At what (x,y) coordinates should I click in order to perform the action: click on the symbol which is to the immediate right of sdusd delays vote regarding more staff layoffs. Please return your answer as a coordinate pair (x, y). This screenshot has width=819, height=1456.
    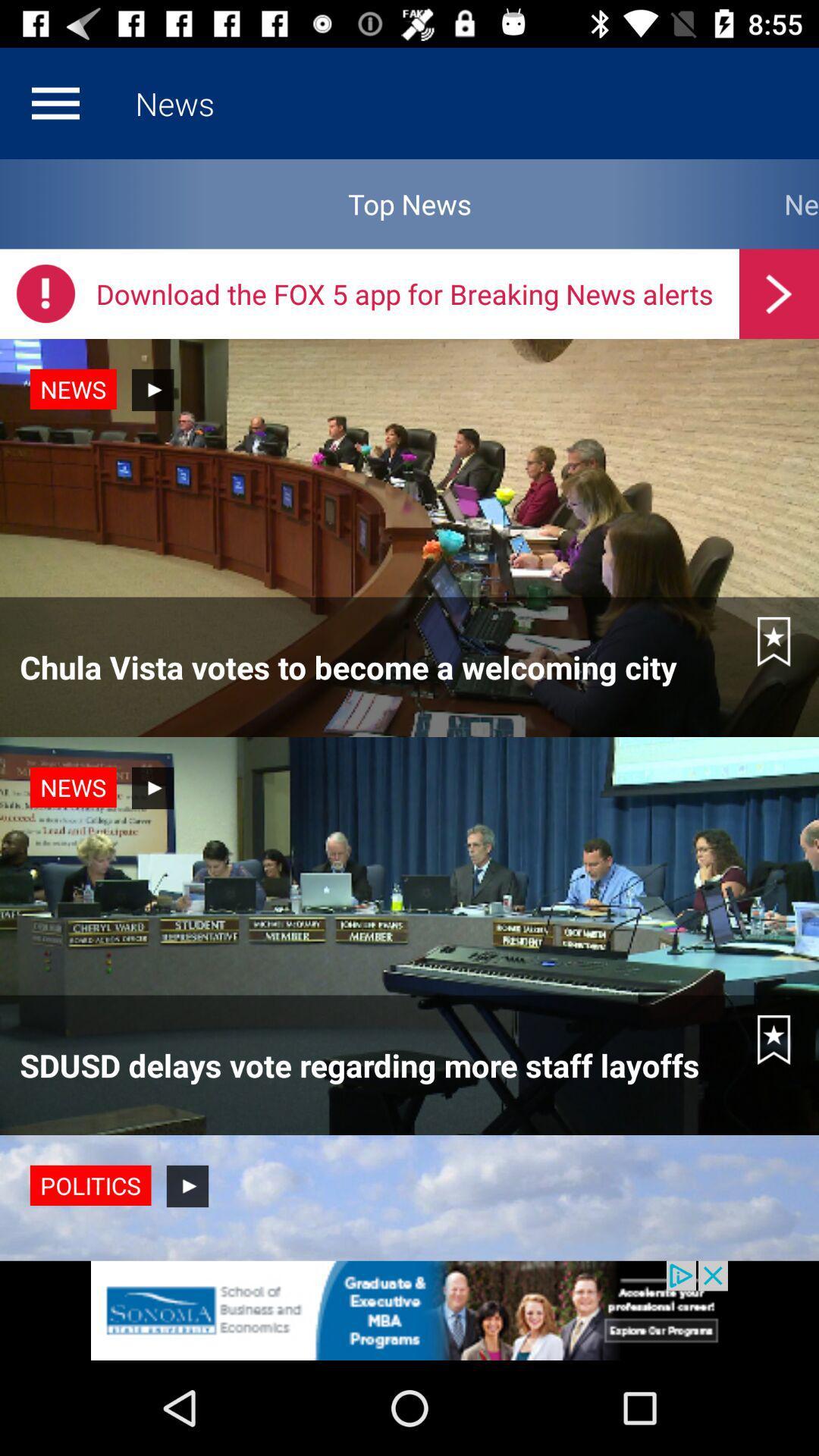
    Looking at the image, I should click on (774, 1040).